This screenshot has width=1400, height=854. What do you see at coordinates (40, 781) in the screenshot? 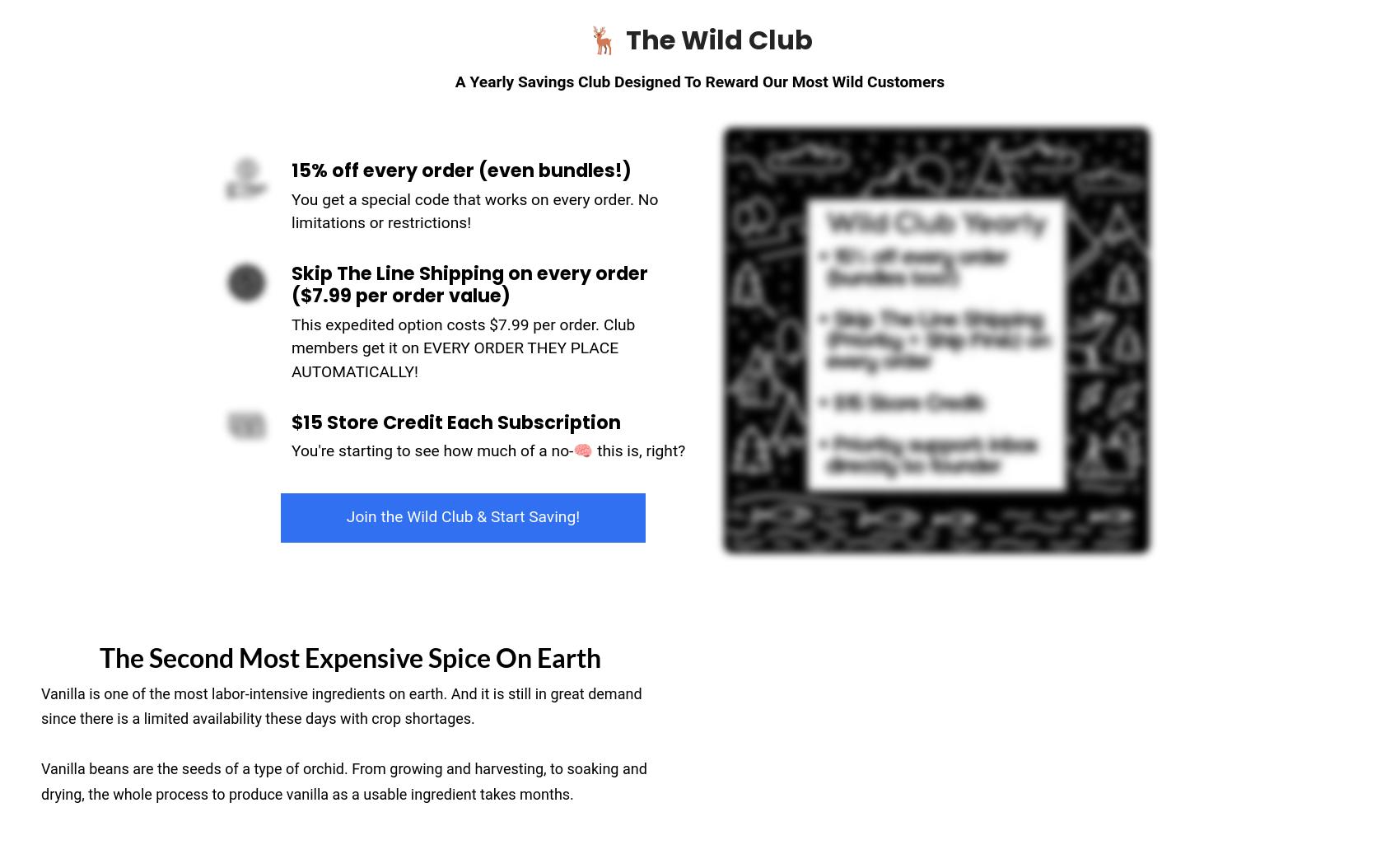
I see `'Vanilla beans are the seeds of a type of orchid. From growing and harvesting, to soaking and drying, the whole process to produce vanilla as a usable ingredient takes months.'` at bounding box center [40, 781].